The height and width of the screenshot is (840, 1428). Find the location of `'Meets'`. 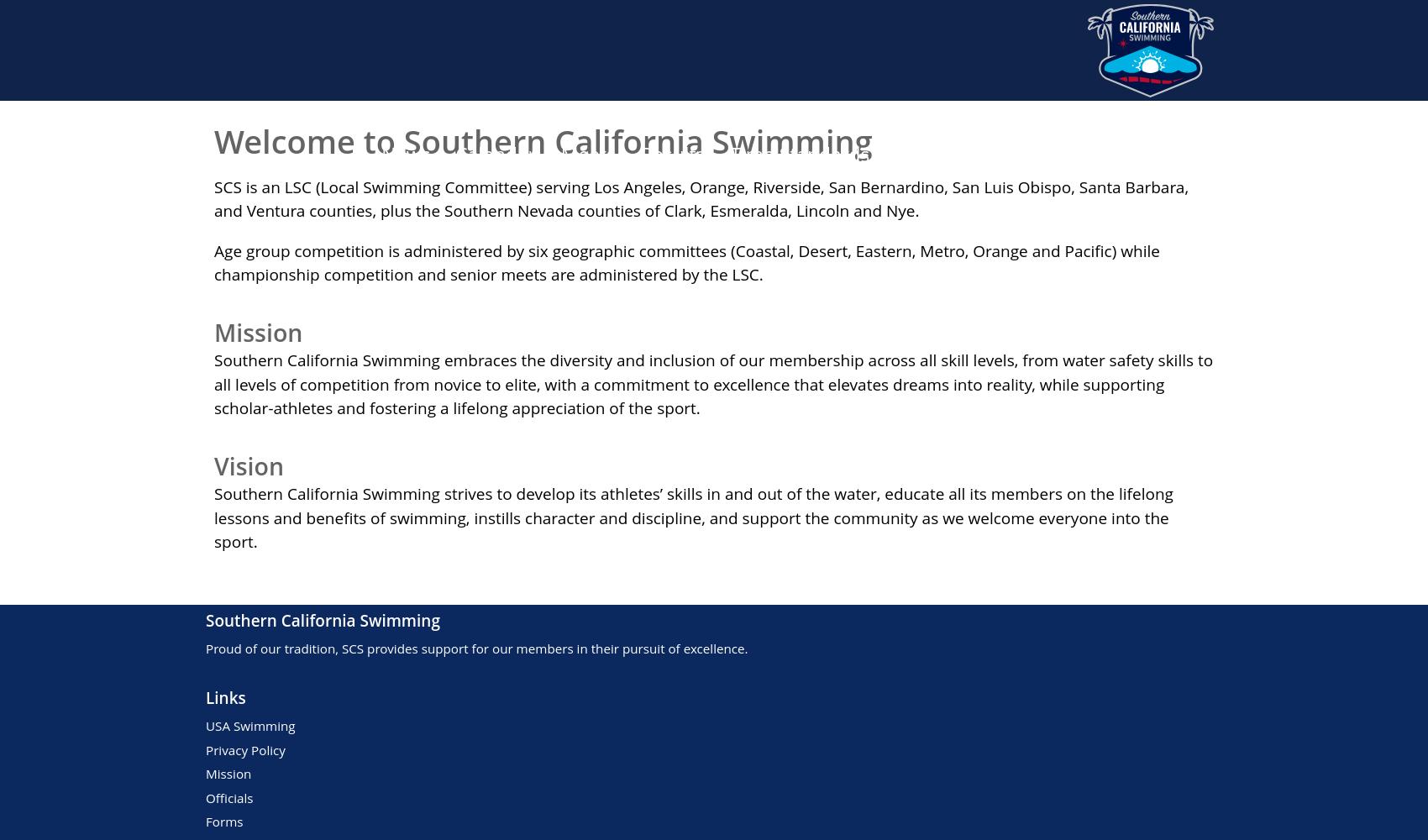

'Meets' is located at coordinates (587, 154).